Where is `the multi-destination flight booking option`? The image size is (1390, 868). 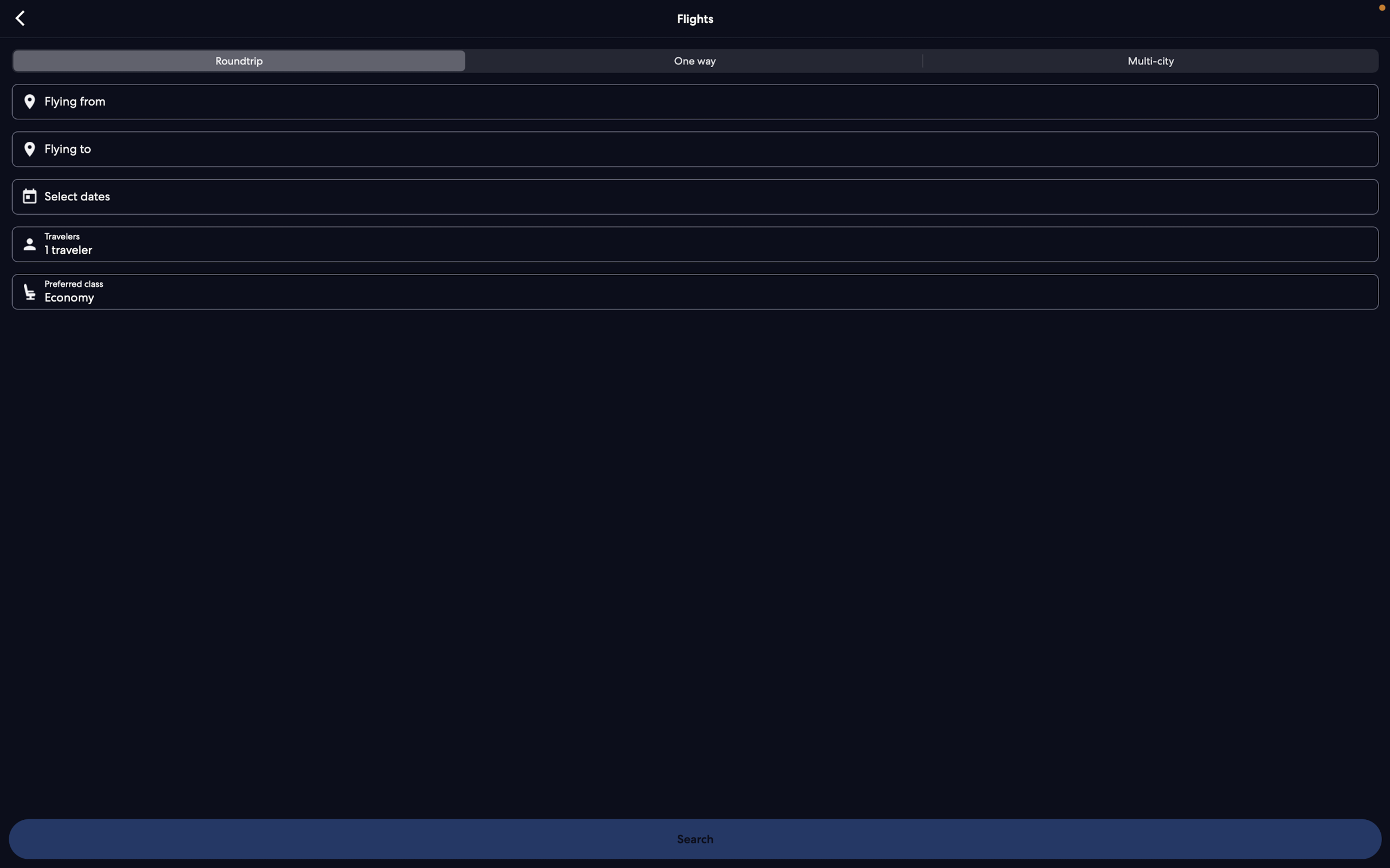 the multi-destination flight booking option is located at coordinates (1147, 63).